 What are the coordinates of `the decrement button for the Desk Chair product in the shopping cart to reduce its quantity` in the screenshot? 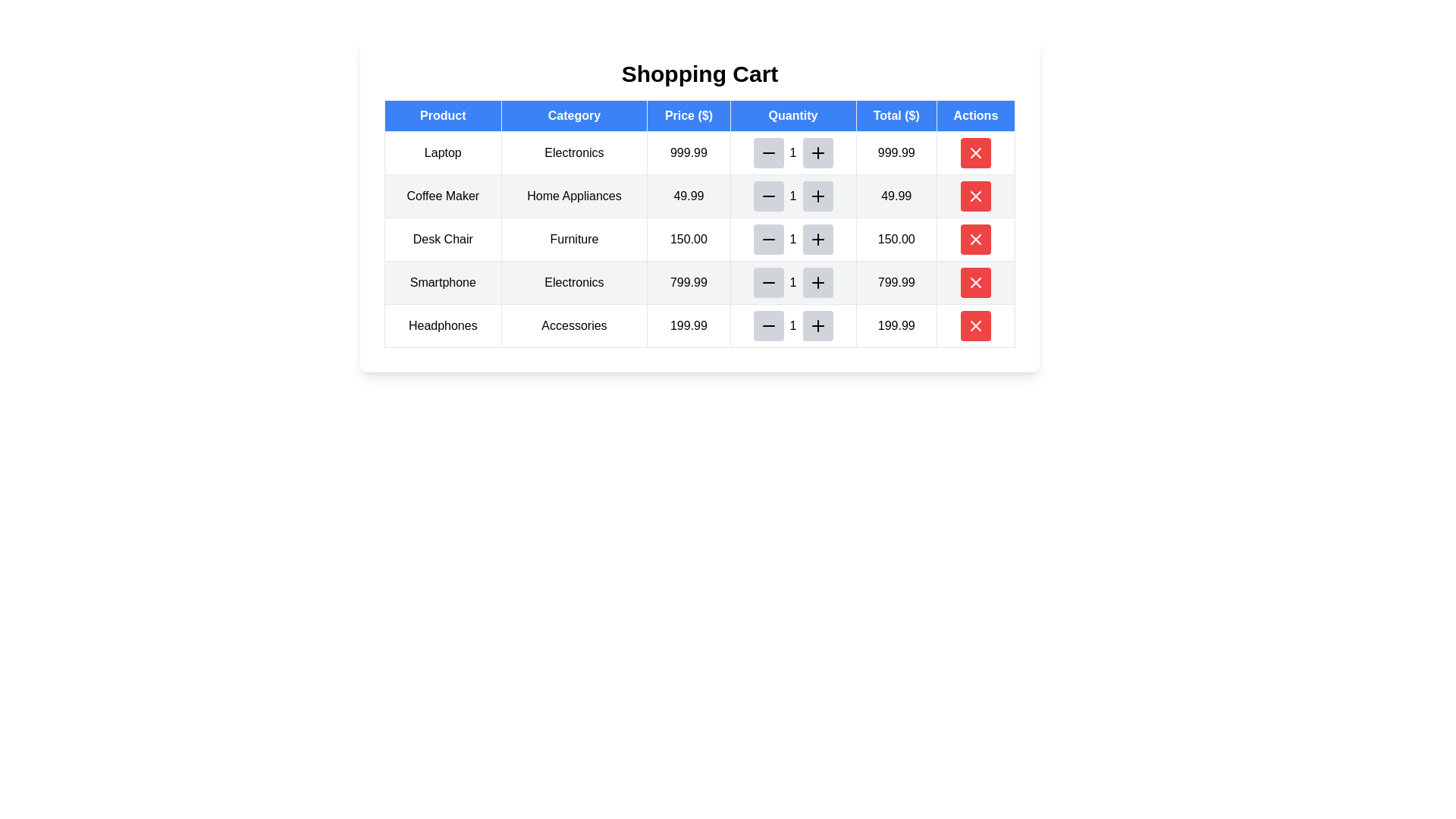 It's located at (768, 239).